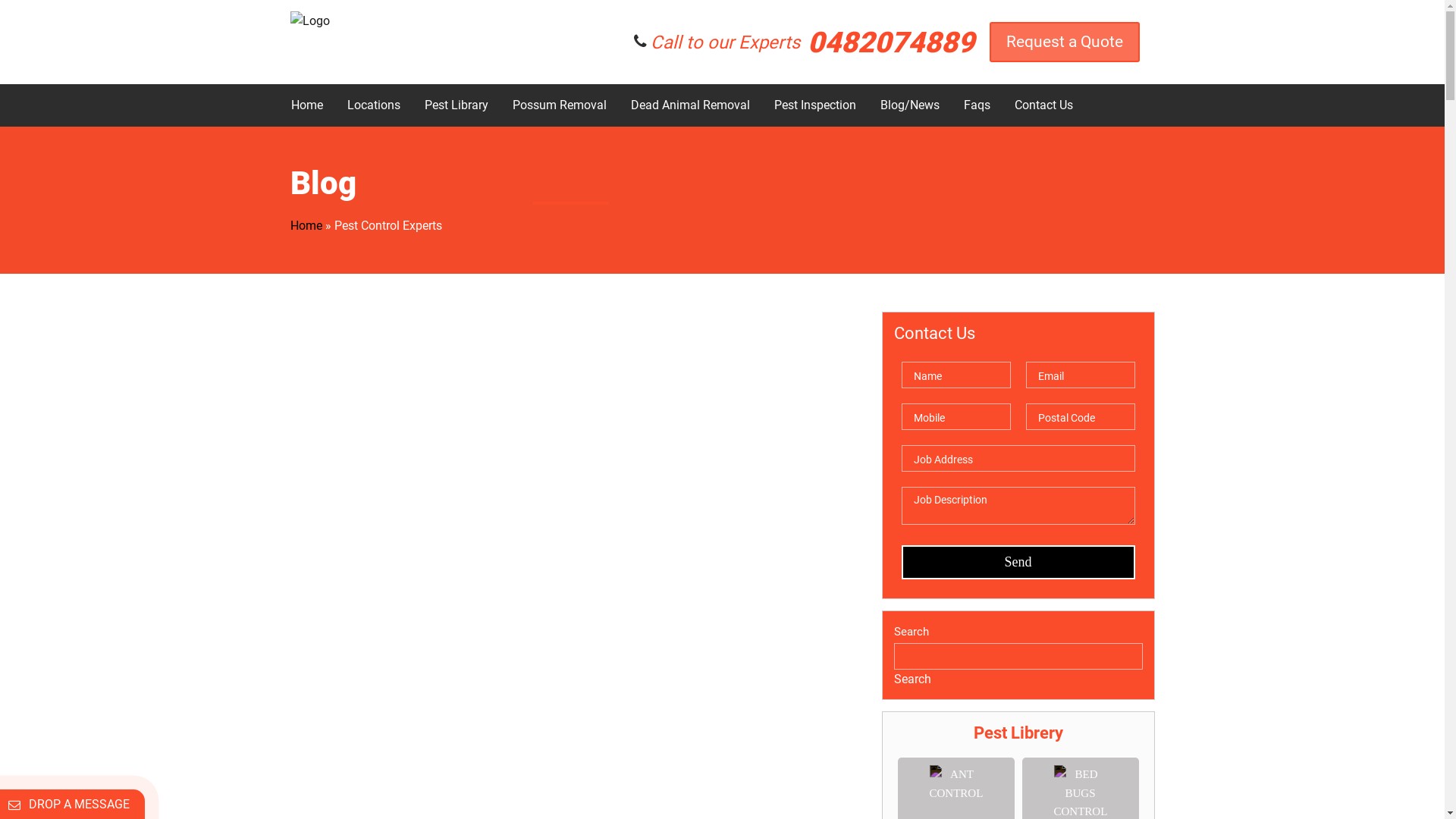 This screenshot has height=819, width=1456. What do you see at coordinates (1062, 40) in the screenshot?
I see `'Request a Quote'` at bounding box center [1062, 40].